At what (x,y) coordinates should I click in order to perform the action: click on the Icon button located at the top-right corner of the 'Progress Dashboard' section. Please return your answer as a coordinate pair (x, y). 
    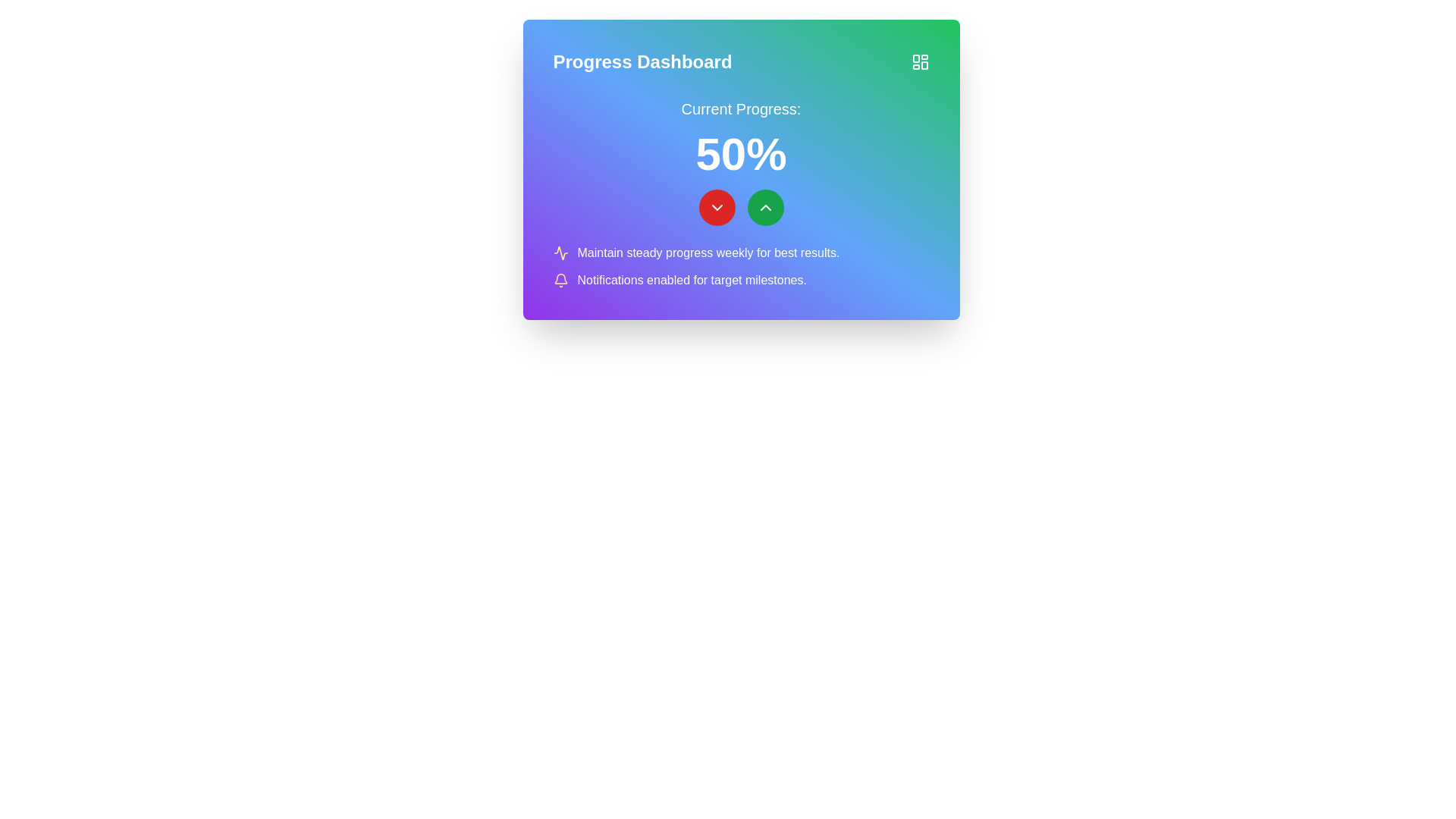
    Looking at the image, I should click on (919, 61).